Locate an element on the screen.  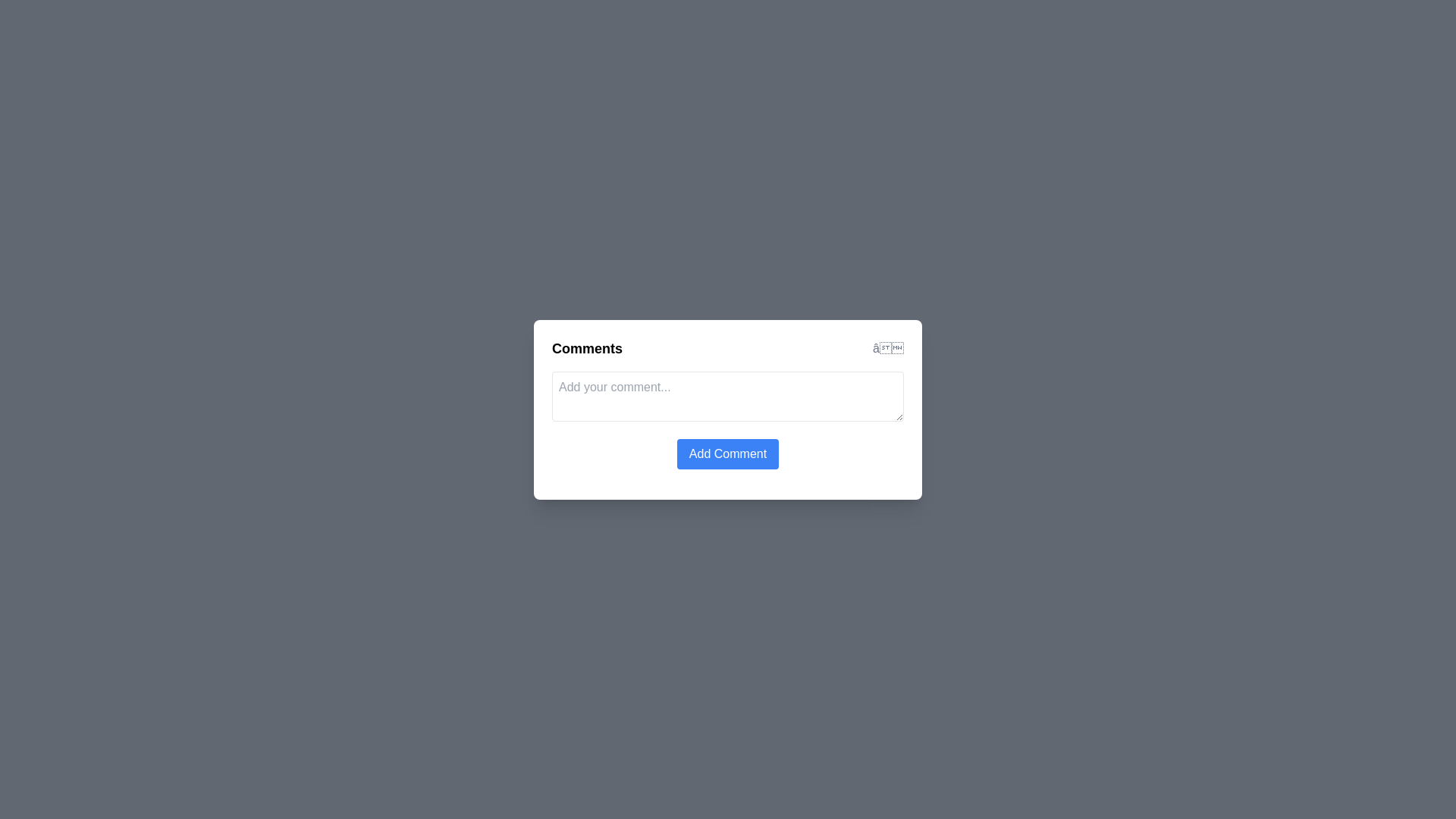
the 'Add Comment' button is located at coordinates (728, 453).